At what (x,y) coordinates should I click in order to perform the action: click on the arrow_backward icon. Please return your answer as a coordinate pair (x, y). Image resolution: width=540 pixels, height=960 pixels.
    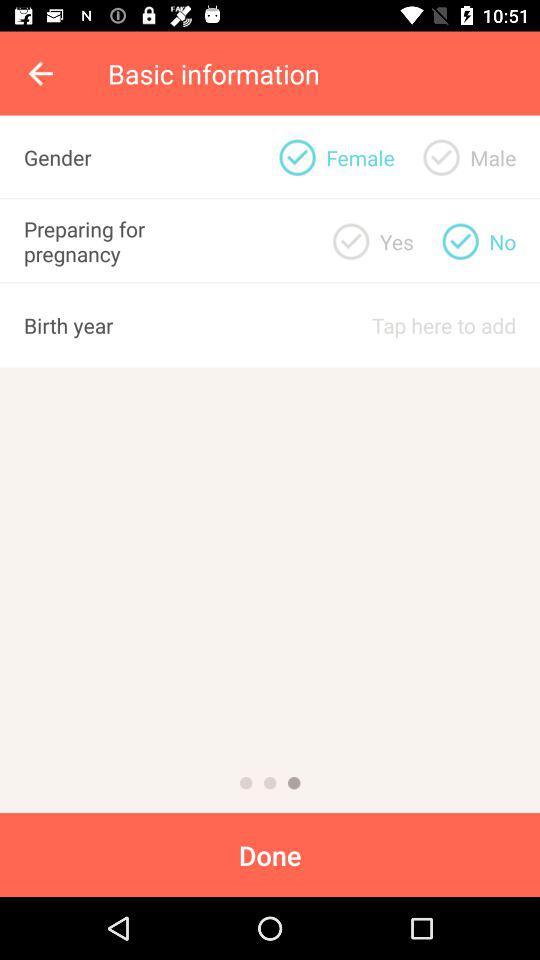
    Looking at the image, I should click on (42, 73).